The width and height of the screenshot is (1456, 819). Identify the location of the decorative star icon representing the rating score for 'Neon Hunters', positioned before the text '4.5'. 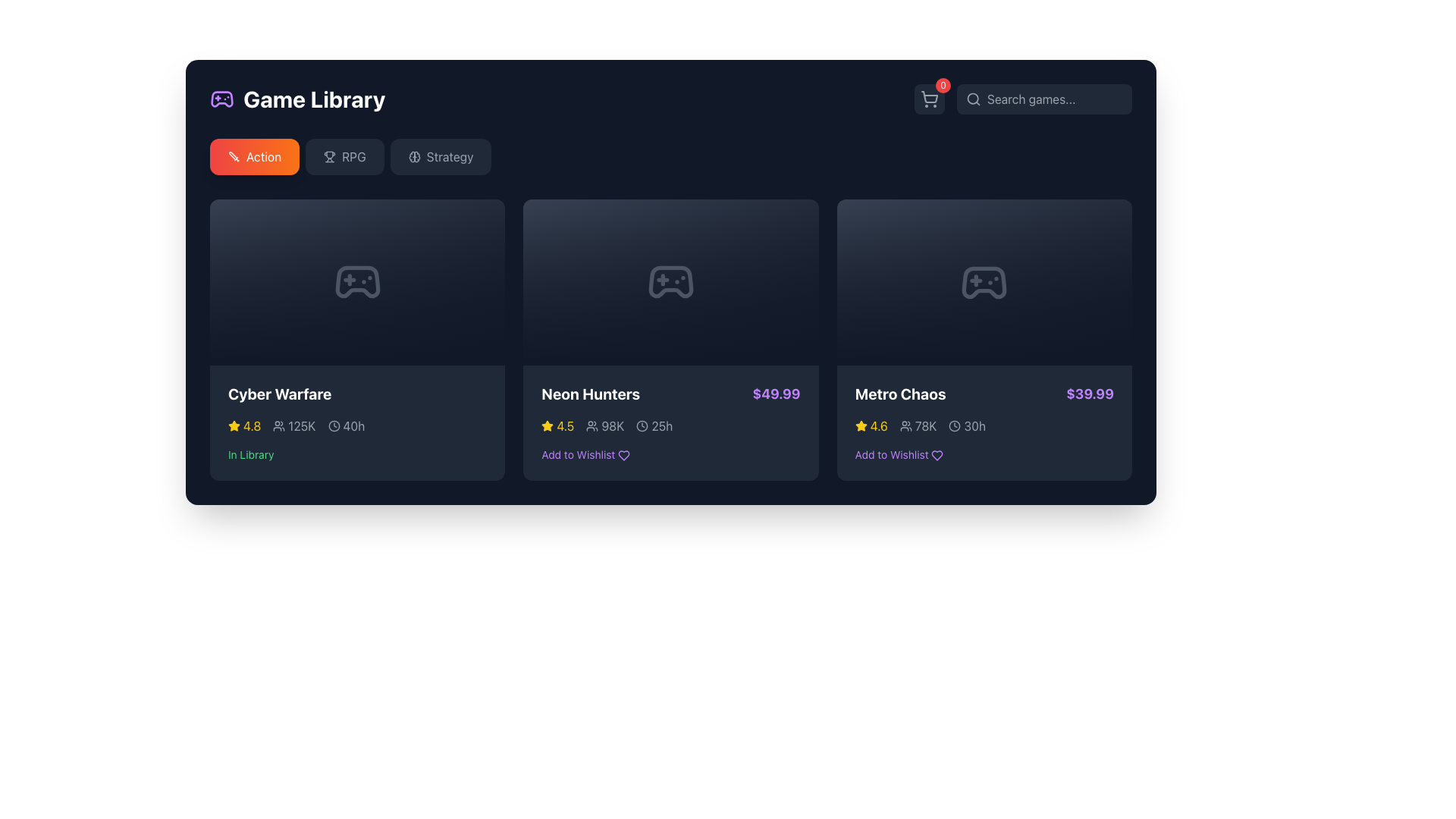
(547, 426).